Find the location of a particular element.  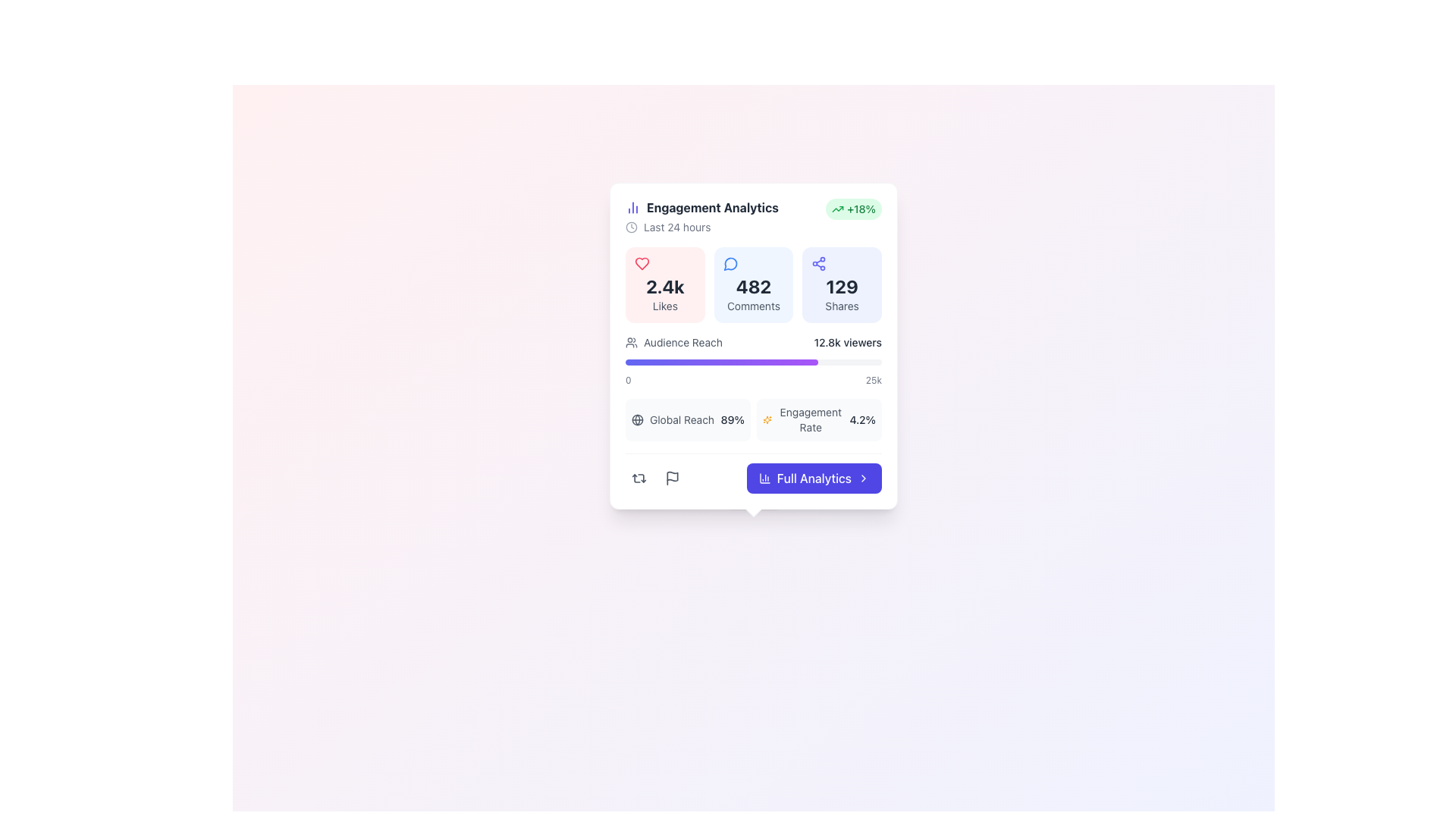

the Information card which is a rounded rectangle with a light blue background containing a speech bubble icon, the number '482' in bold black text, and the word 'Comments' in smaller gray text, positioned centrally between the '2.4k Likes' and '129 Shares' cards is located at coordinates (753, 284).